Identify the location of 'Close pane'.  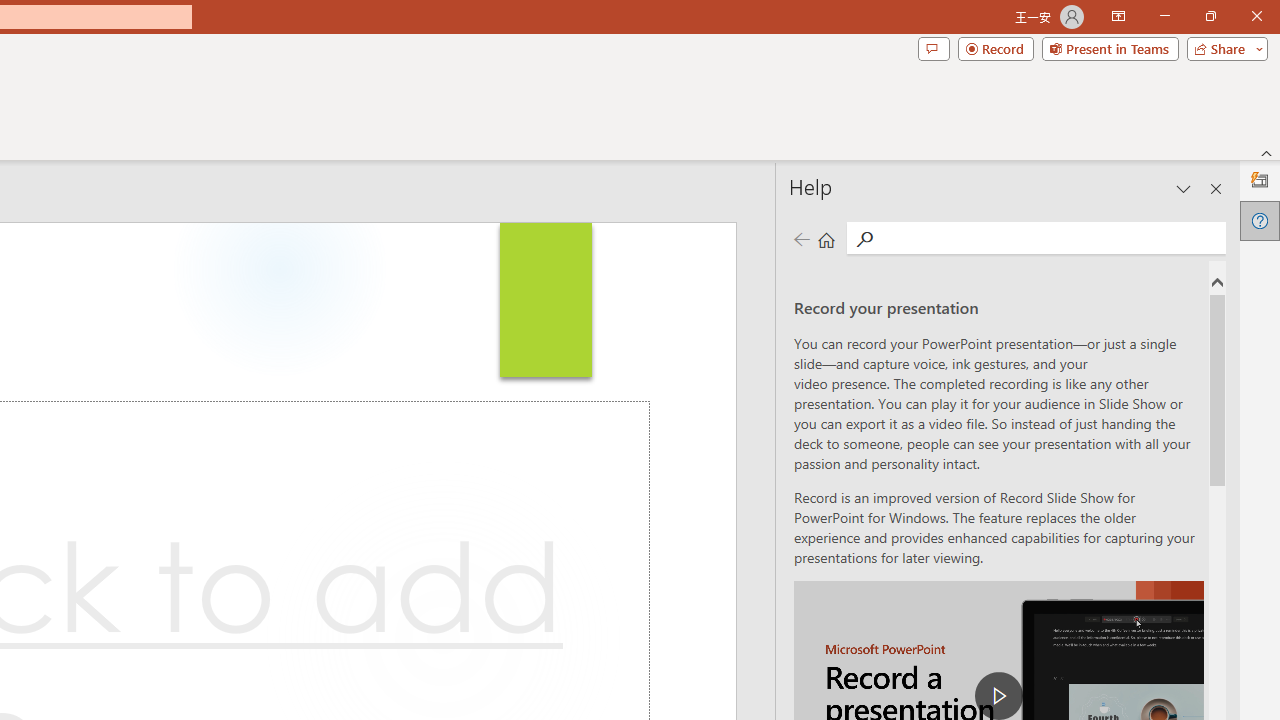
(1215, 189).